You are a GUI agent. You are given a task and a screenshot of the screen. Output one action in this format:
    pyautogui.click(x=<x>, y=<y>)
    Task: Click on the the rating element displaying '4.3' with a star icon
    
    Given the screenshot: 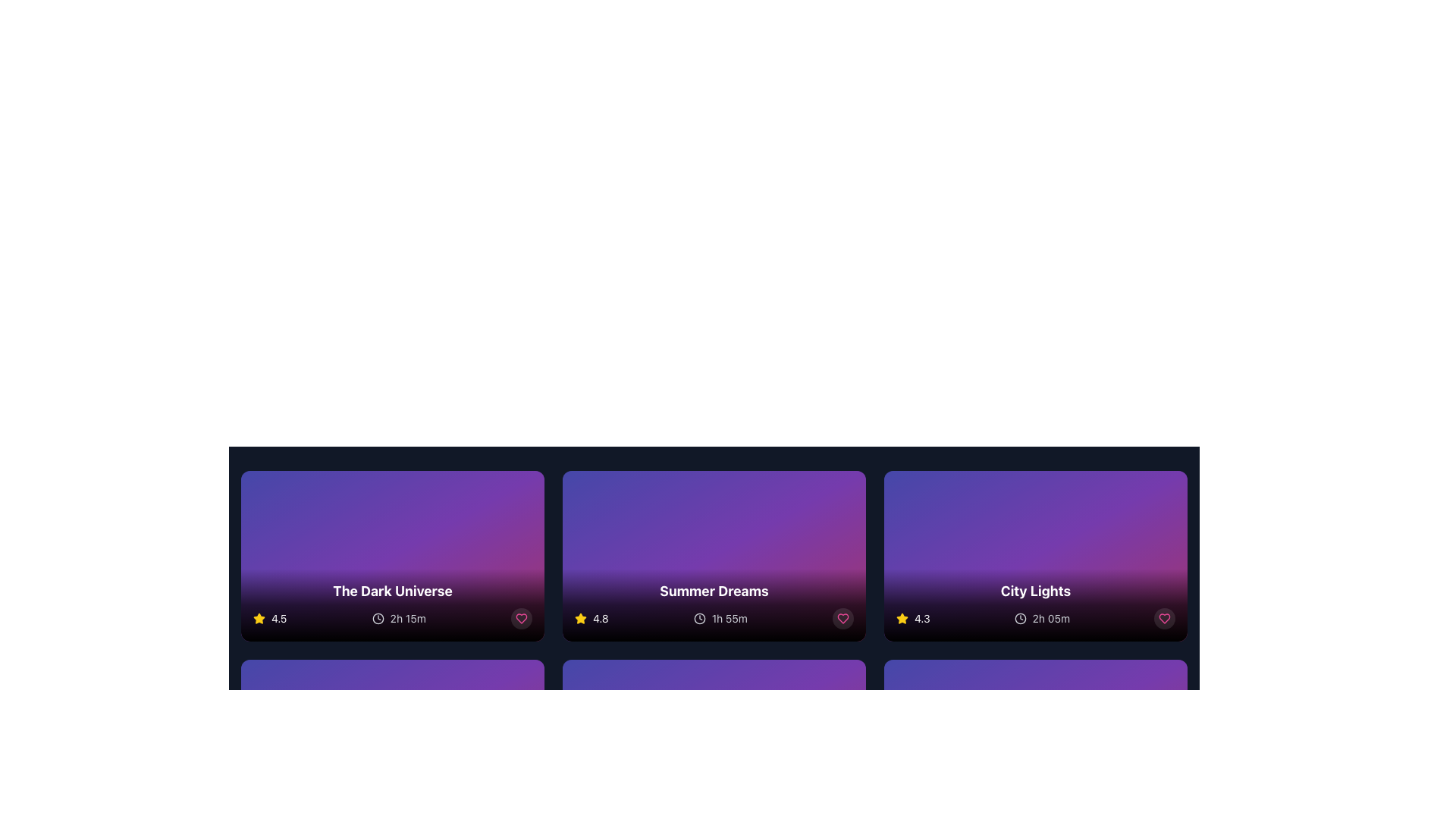 What is the action you would take?
    pyautogui.click(x=912, y=619)
    